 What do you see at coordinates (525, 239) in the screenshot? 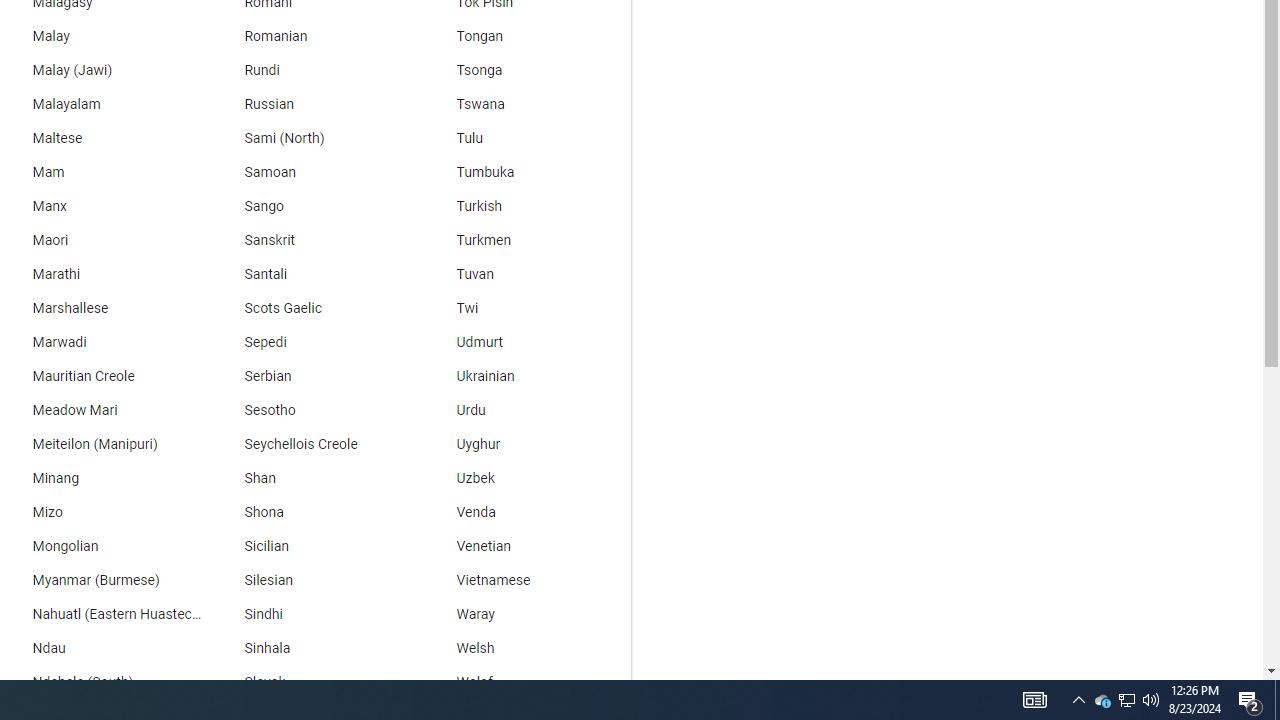
I see `'Turkmen'` at bounding box center [525, 239].